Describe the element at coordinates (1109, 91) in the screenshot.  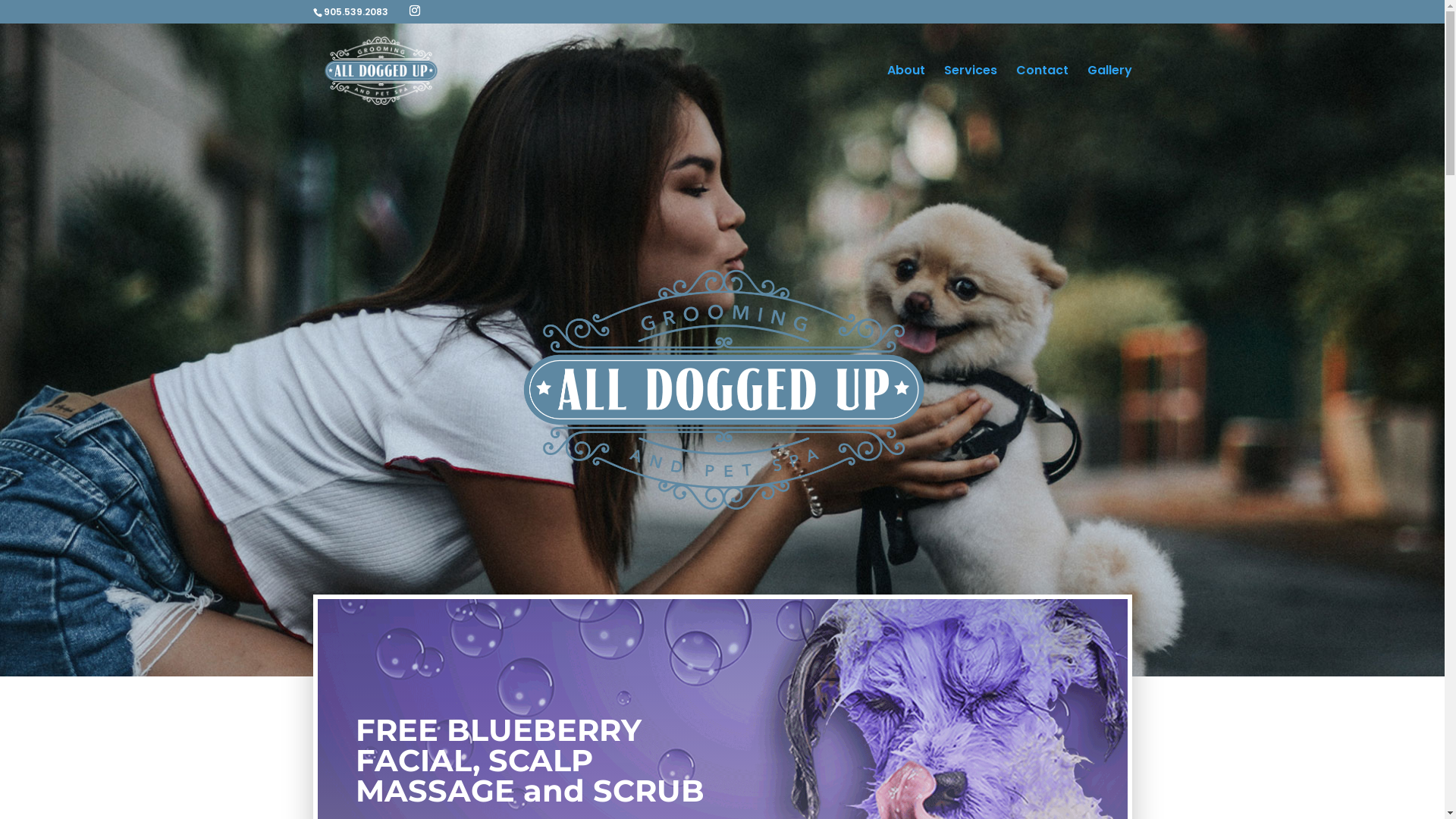
I see `'Gallery'` at that location.